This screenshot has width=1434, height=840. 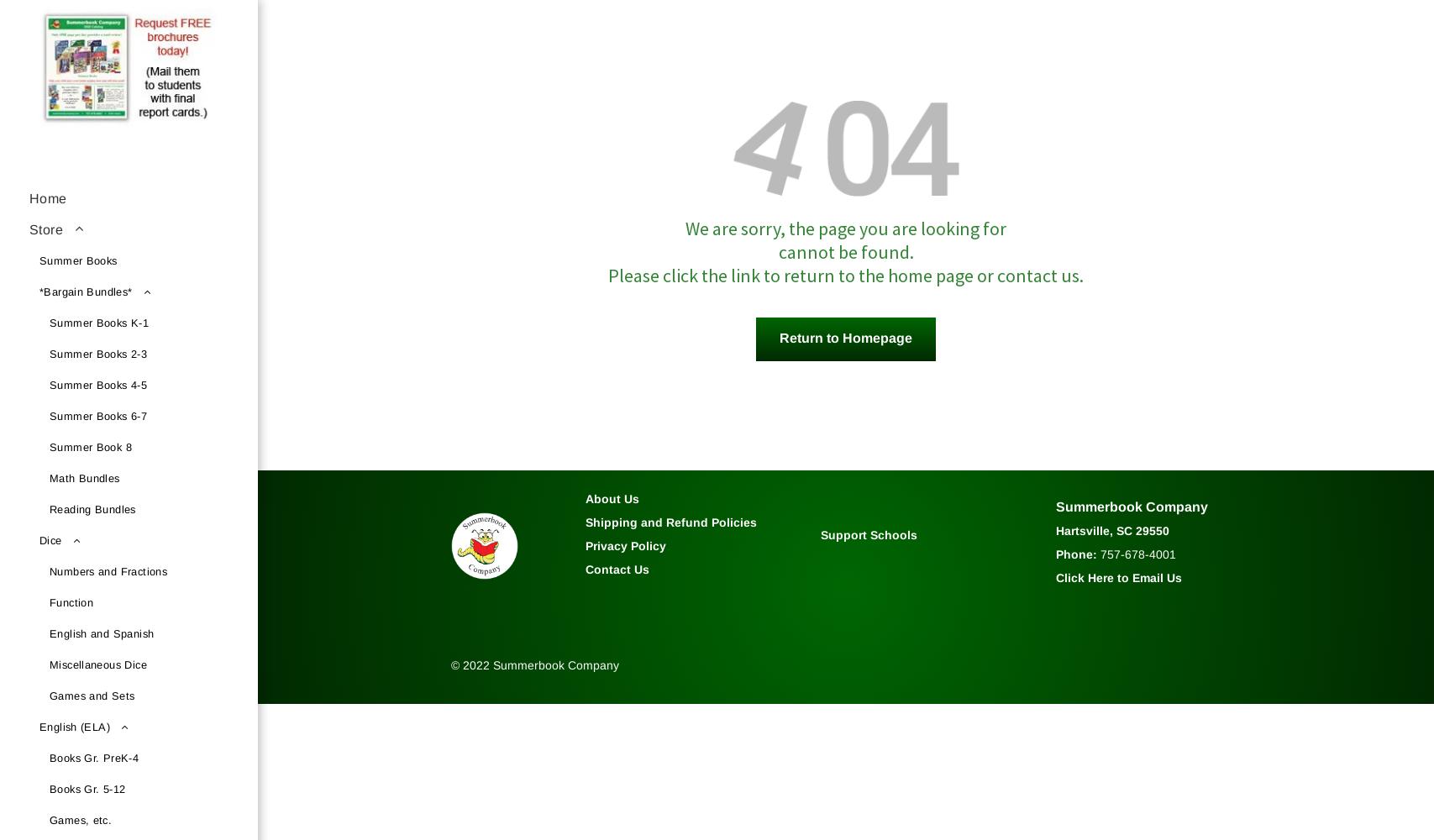 I want to click on 'Books Gr. PreK-4', so click(x=50, y=758).